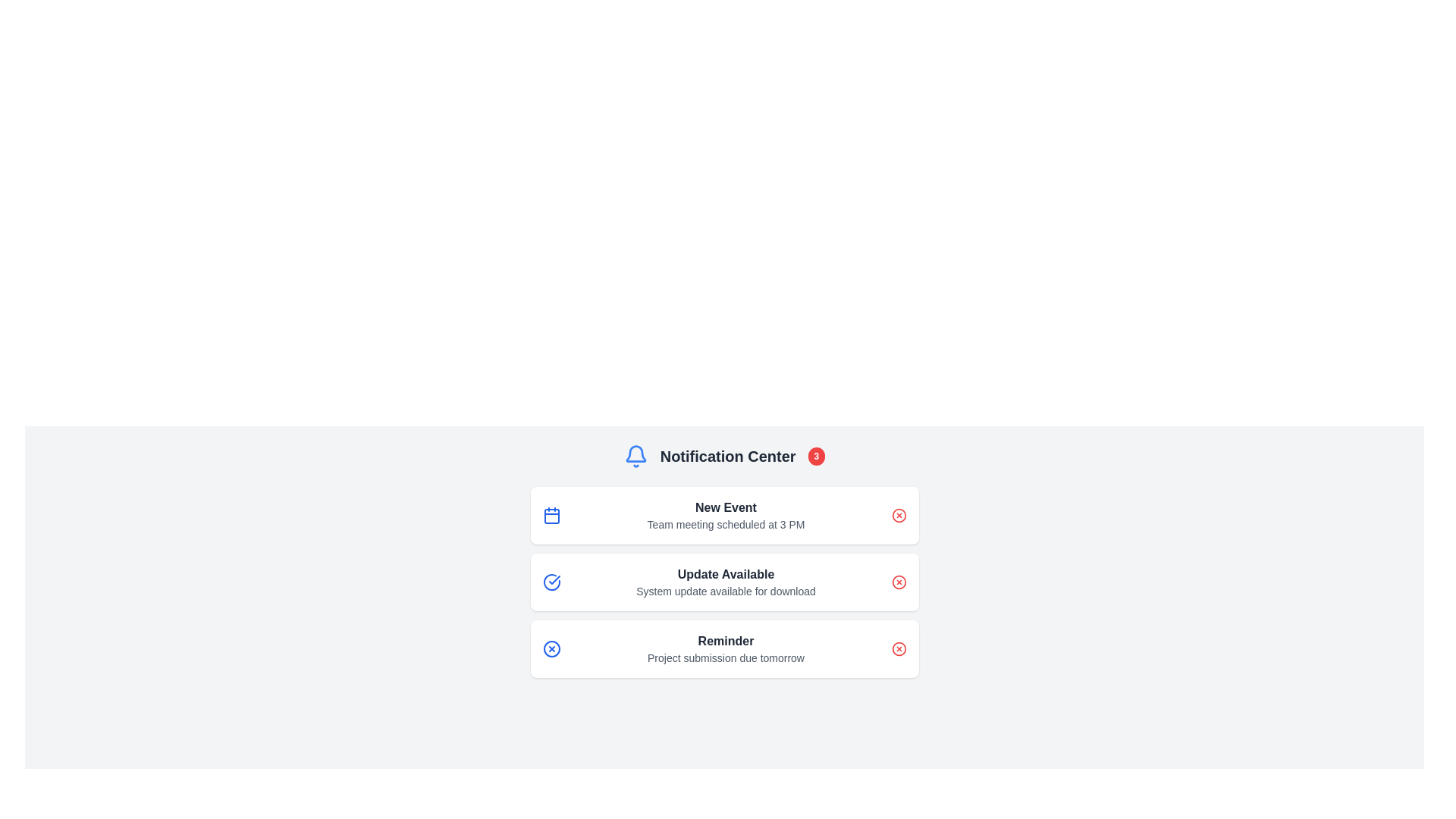  What do you see at coordinates (725, 657) in the screenshot?
I see `the text label that reads 'Project submission due tomorrow', located beneath the 'Reminder' heading in the third notification card` at bounding box center [725, 657].